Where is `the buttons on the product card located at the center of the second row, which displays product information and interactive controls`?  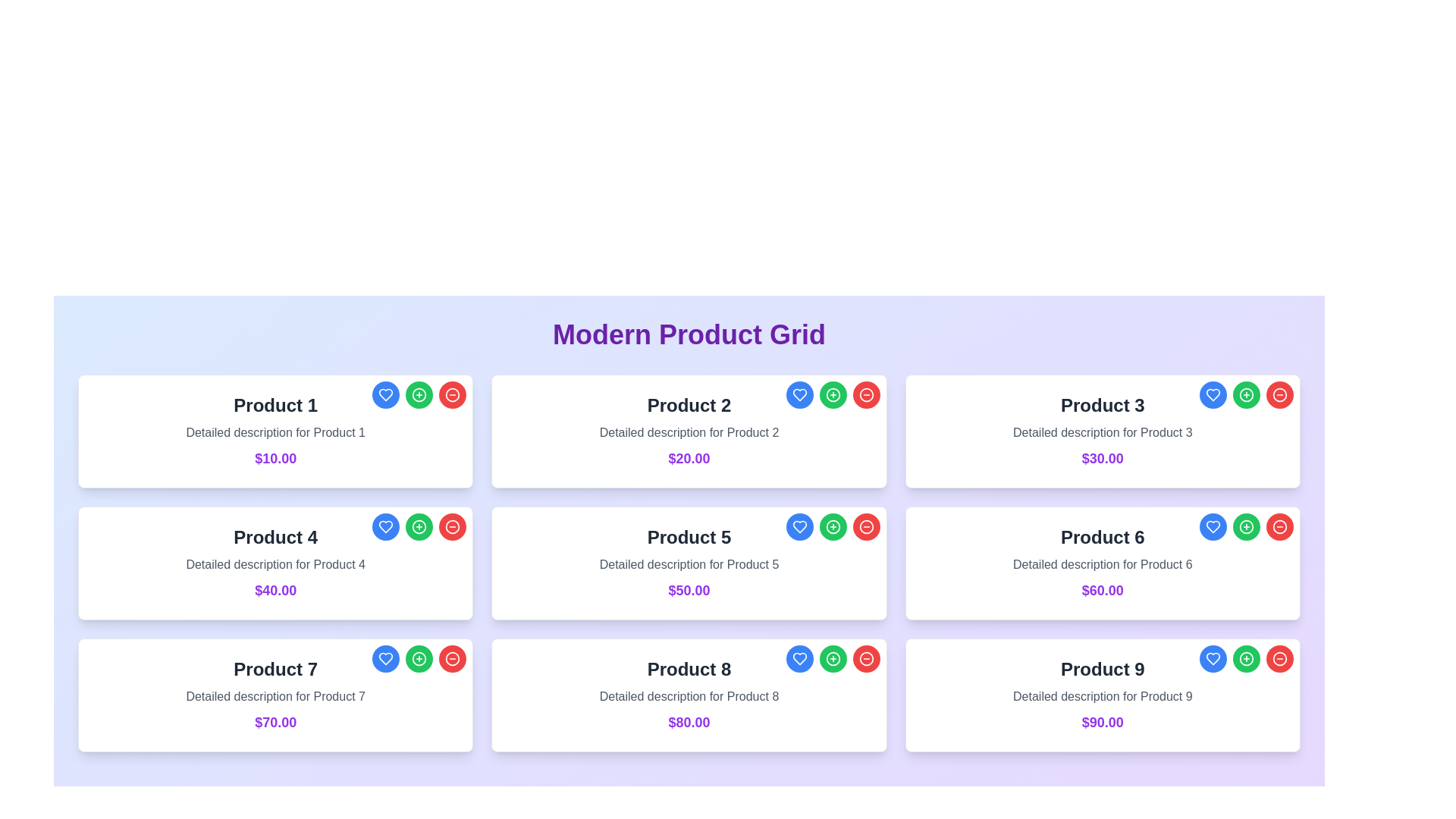 the buttons on the product card located at the center of the second row, which displays product information and interactive controls is located at coordinates (688, 563).